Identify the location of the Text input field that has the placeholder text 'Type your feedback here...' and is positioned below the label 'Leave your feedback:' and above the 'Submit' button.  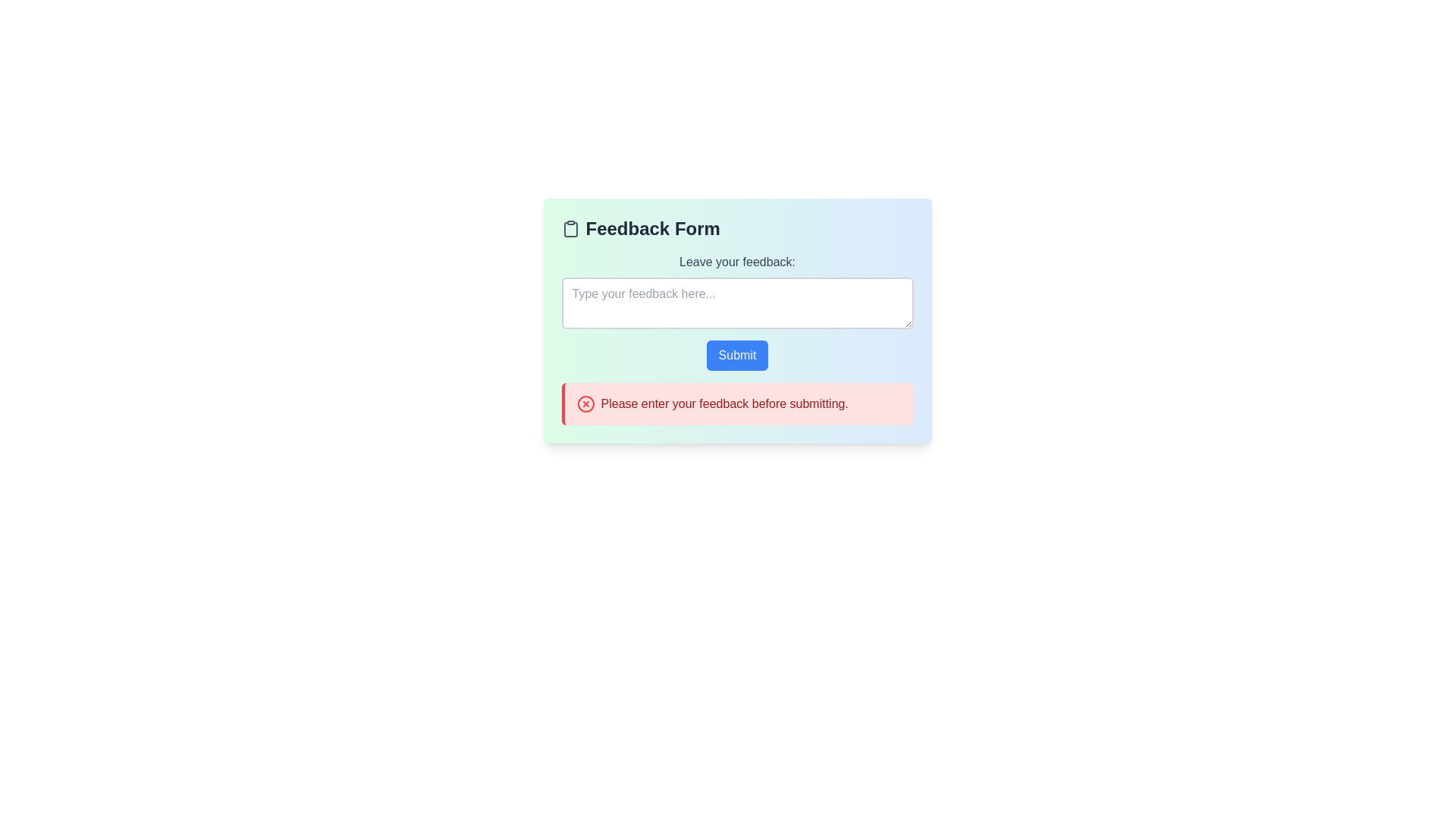
(737, 320).